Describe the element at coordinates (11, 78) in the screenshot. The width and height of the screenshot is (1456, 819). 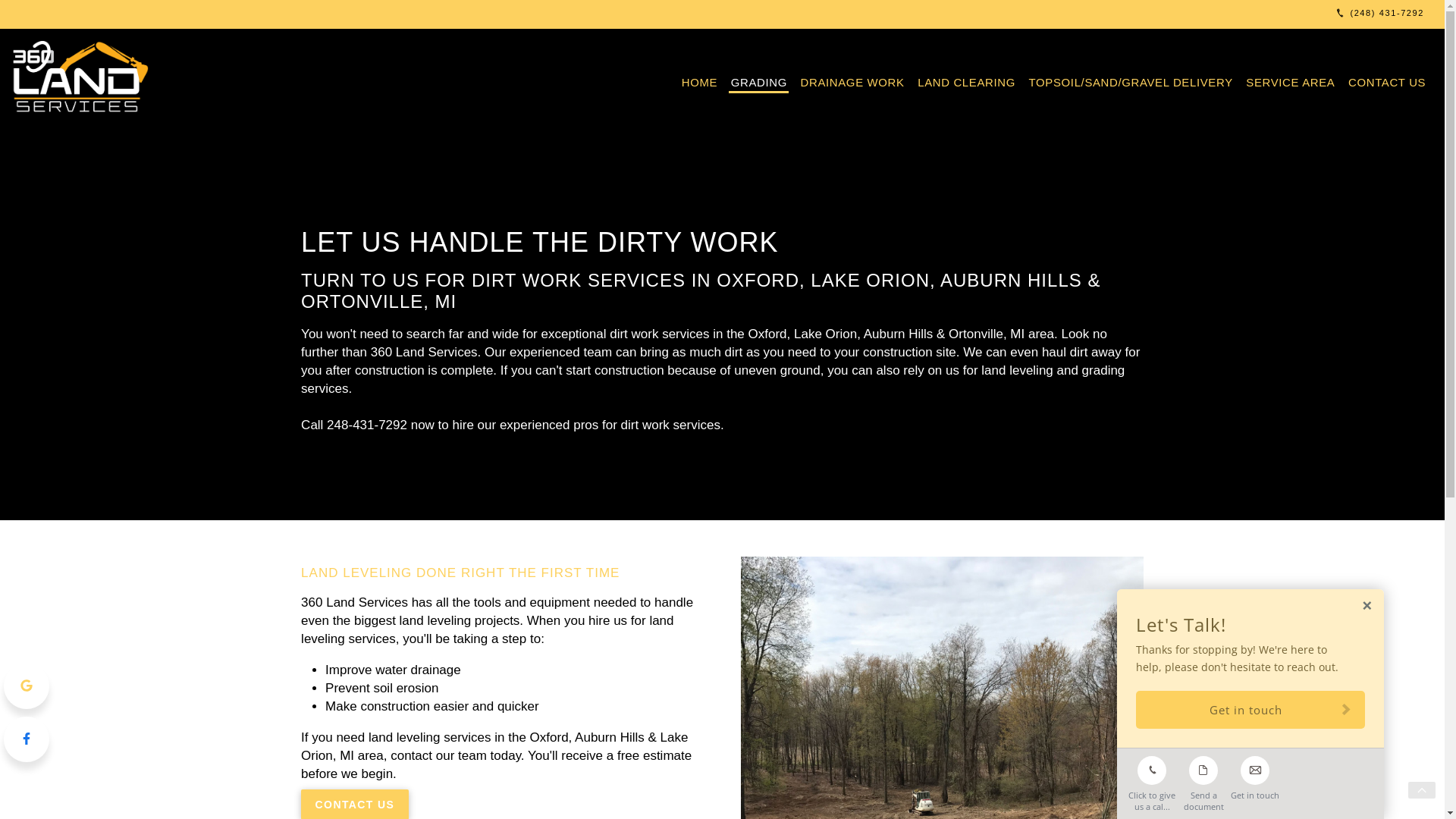
I see `'360 Land Services'` at that location.